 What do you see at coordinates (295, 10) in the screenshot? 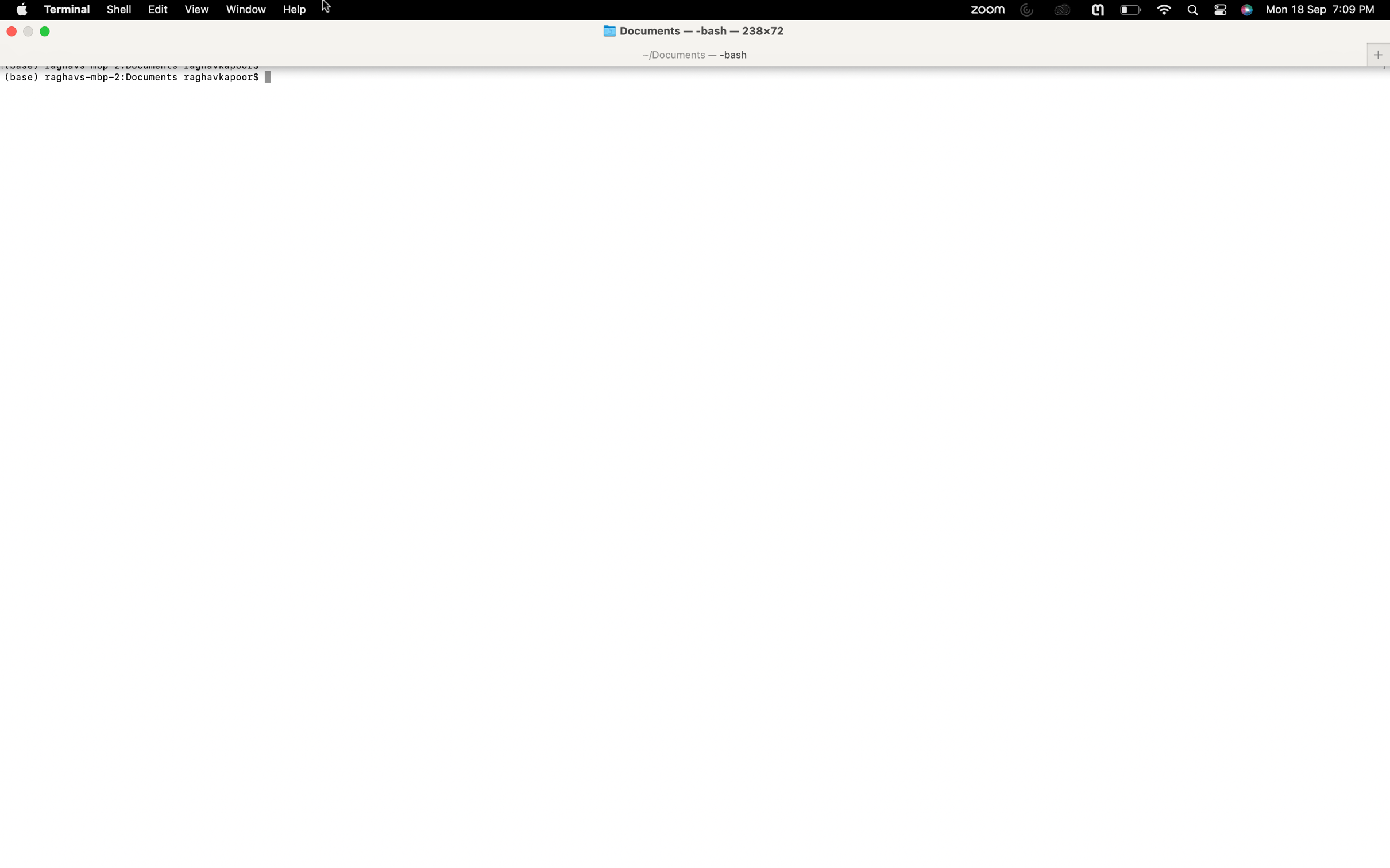
I see `Locate and access the settings in the help options tab` at bounding box center [295, 10].